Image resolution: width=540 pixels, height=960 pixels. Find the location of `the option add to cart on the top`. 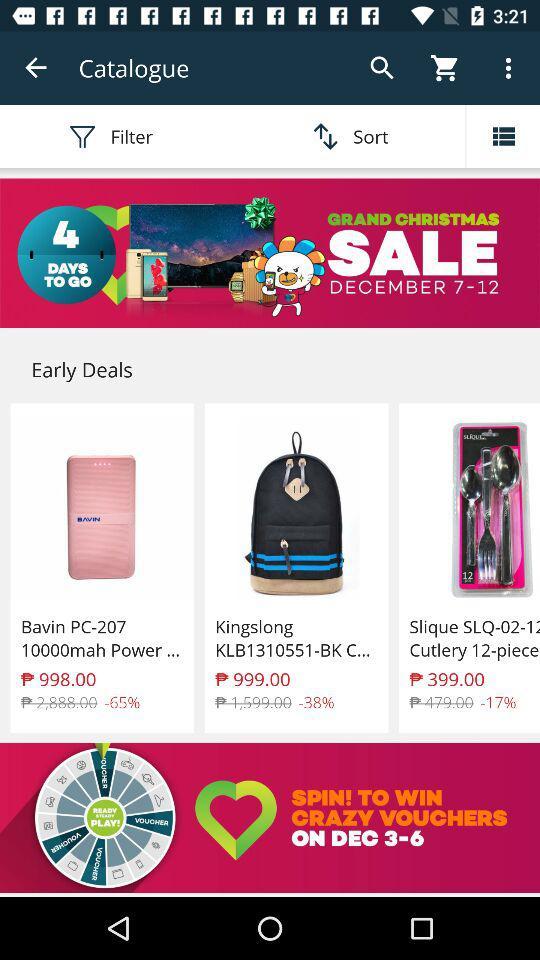

the option add to cart on the top is located at coordinates (445, 68).